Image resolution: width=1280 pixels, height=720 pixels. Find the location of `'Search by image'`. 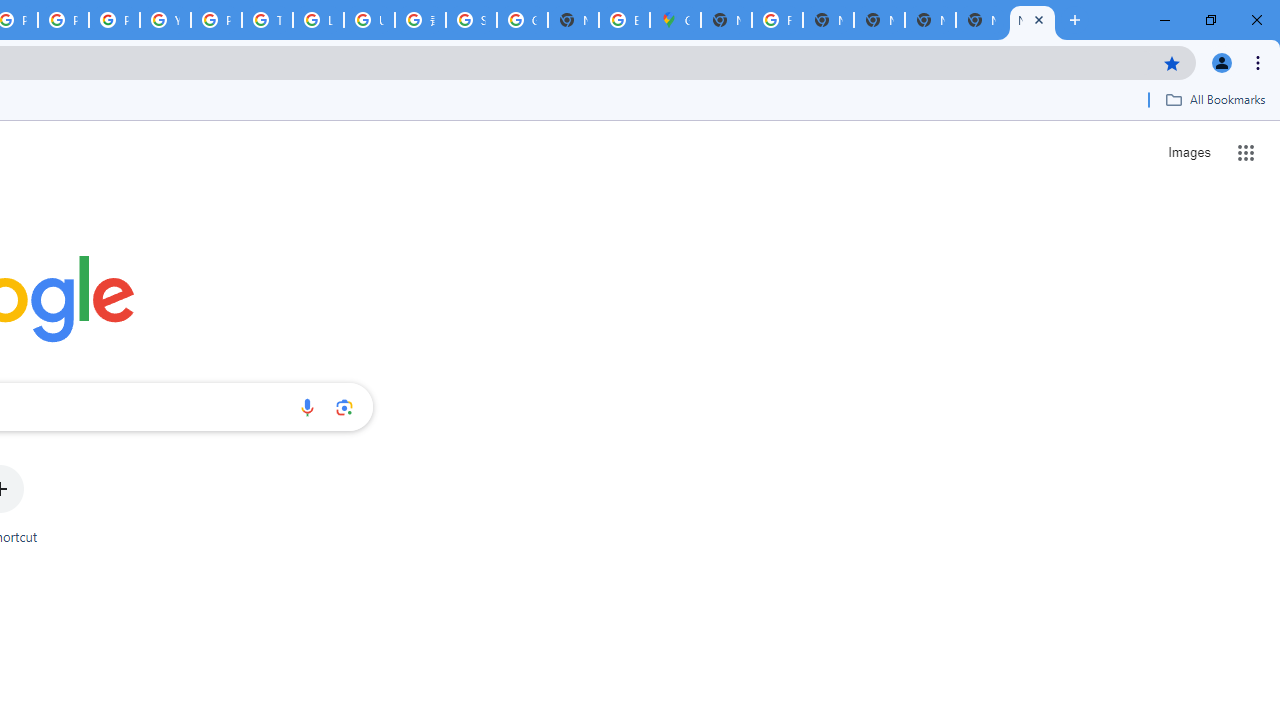

'Search by image' is located at coordinates (344, 406).